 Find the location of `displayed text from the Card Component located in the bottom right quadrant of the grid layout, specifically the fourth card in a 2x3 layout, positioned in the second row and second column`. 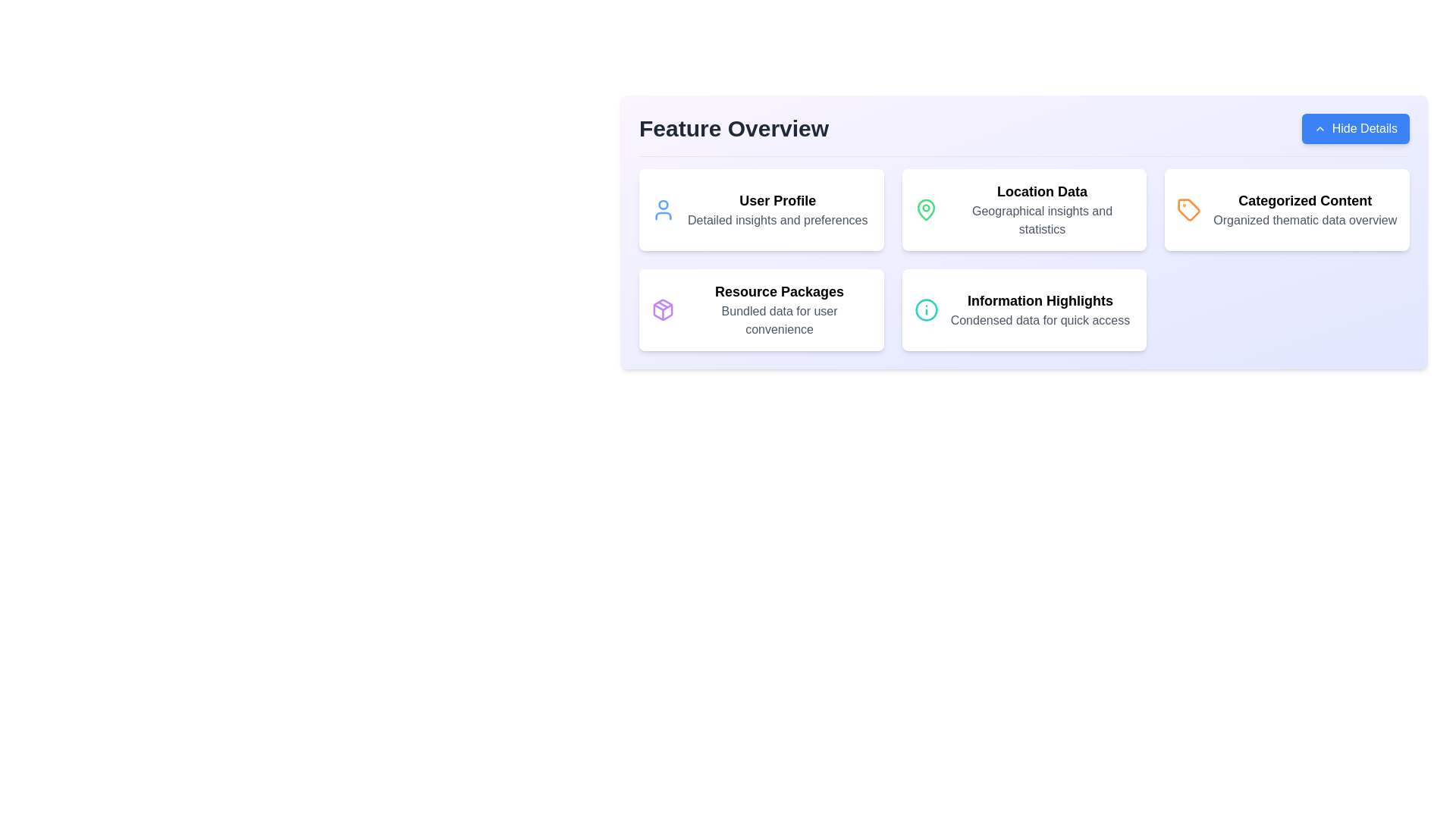

displayed text from the Card Component located in the bottom right quadrant of the grid layout, specifically the fourth card in a 2x3 layout, positioned in the second row and second column is located at coordinates (1024, 309).